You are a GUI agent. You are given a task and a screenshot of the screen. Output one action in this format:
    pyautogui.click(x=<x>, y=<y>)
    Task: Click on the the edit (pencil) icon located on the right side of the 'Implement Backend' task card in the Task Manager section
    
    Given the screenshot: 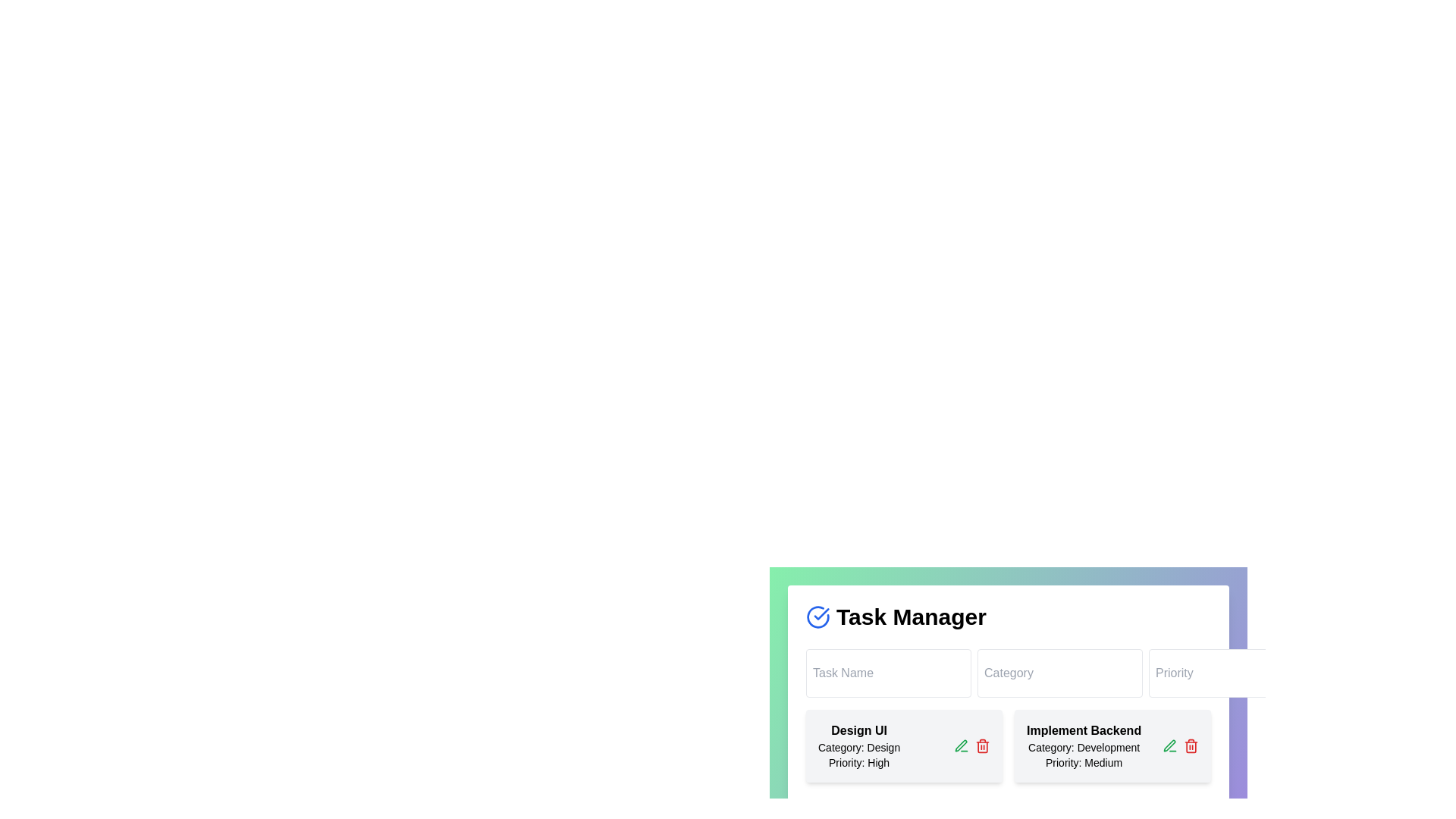 What is the action you would take?
    pyautogui.click(x=1112, y=745)
    